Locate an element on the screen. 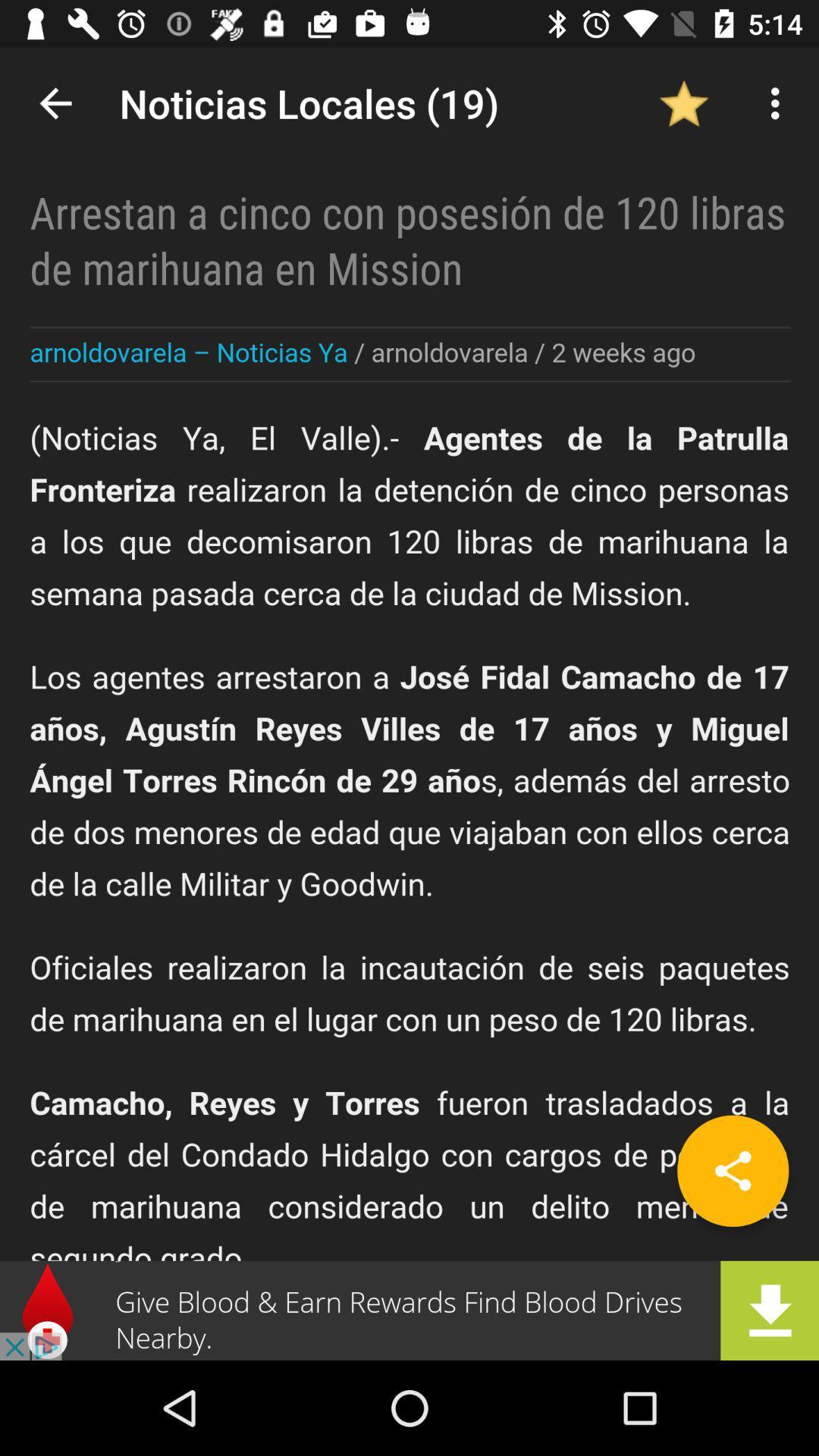  gives list of blood drives in area is located at coordinates (409, 1310).